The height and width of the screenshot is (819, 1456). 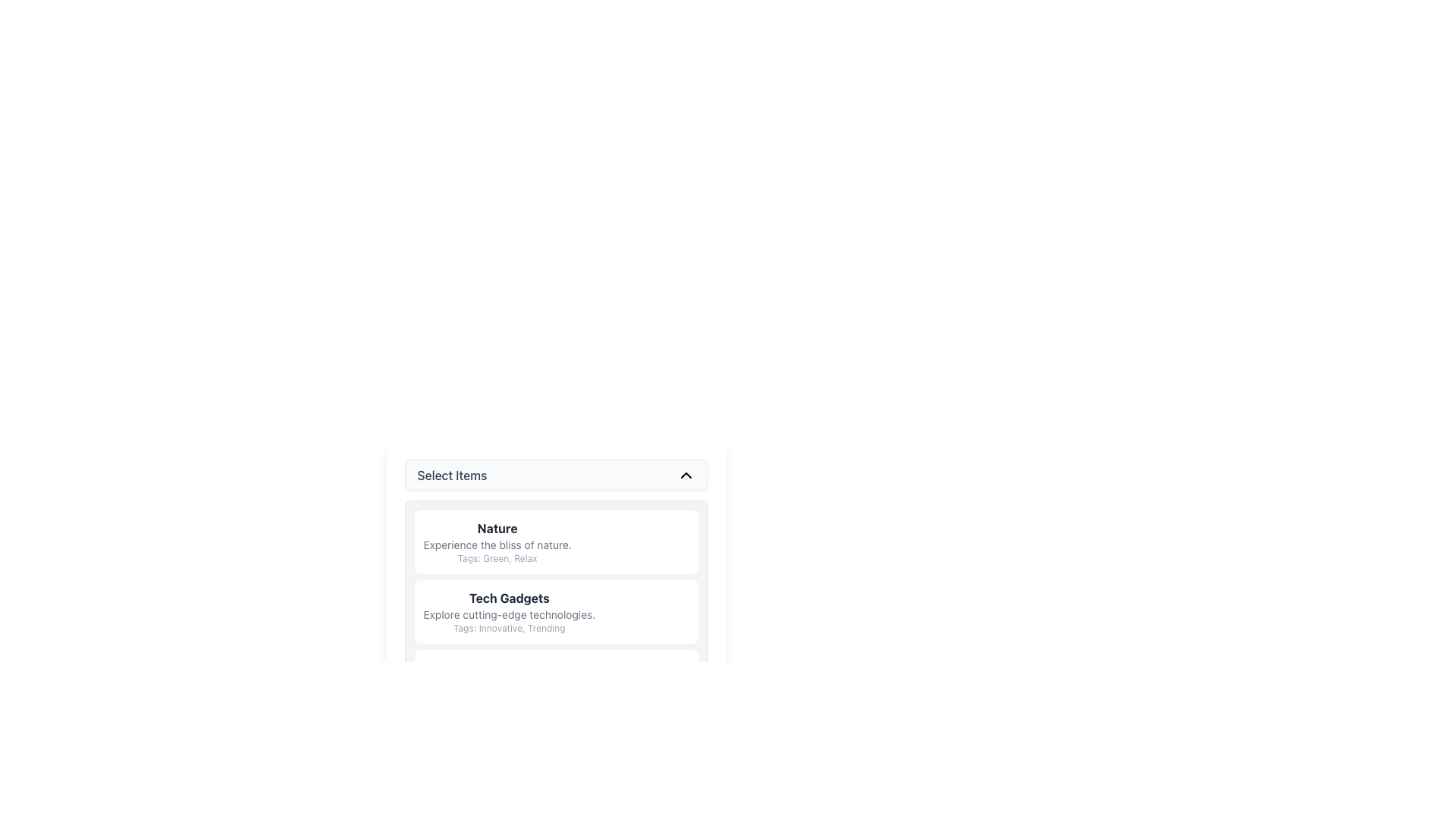 I want to click on extended details of the text-based list item labeled 'Tech Gadgets' that features a grey background and includes the text 'Explore cutting-edge technologies.', so click(x=555, y=614).